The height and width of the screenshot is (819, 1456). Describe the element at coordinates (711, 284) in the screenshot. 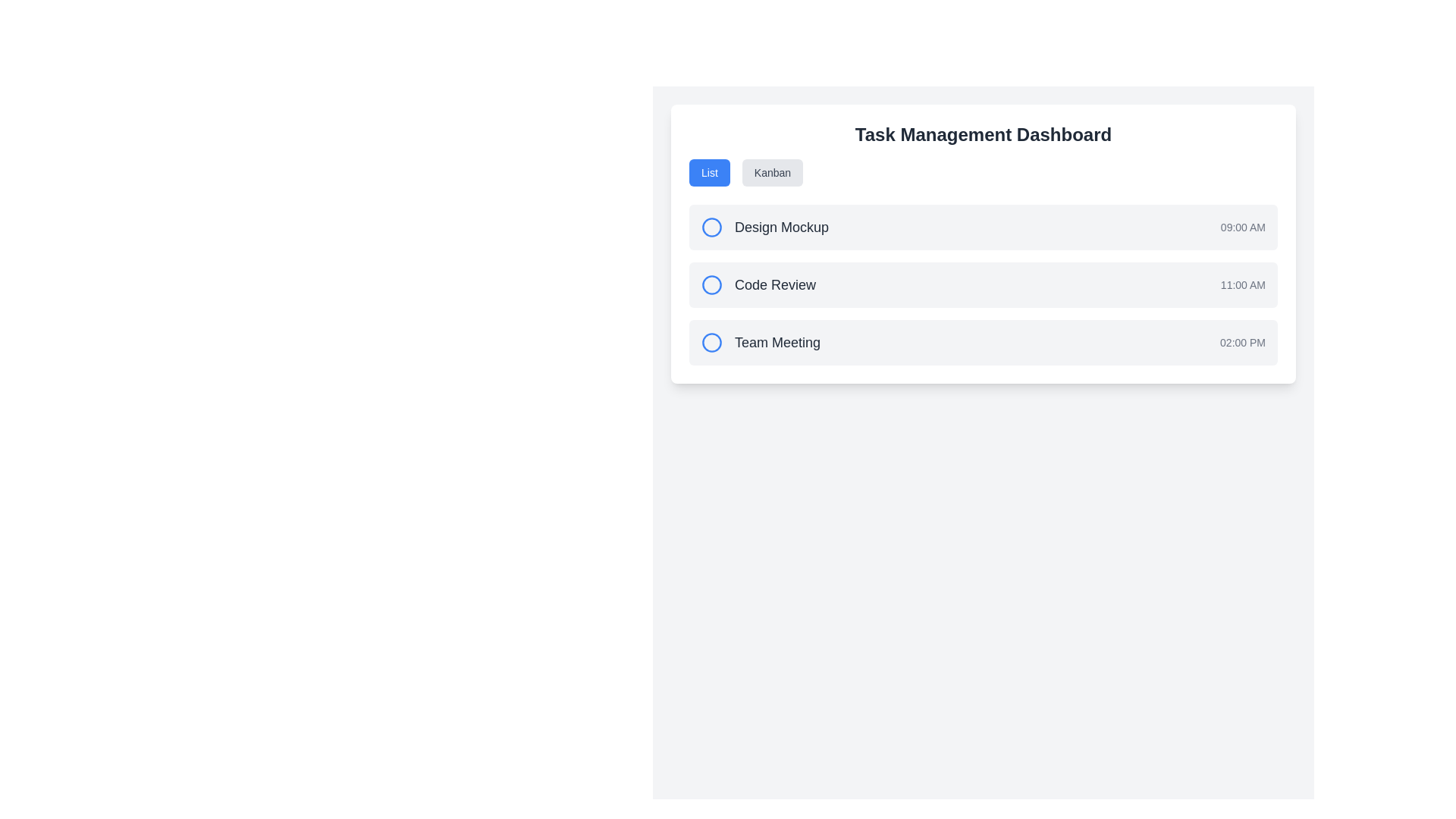

I see `the circular icon located to the immediate left of the text 'Code Review' in the second row of the task management interface` at that location.